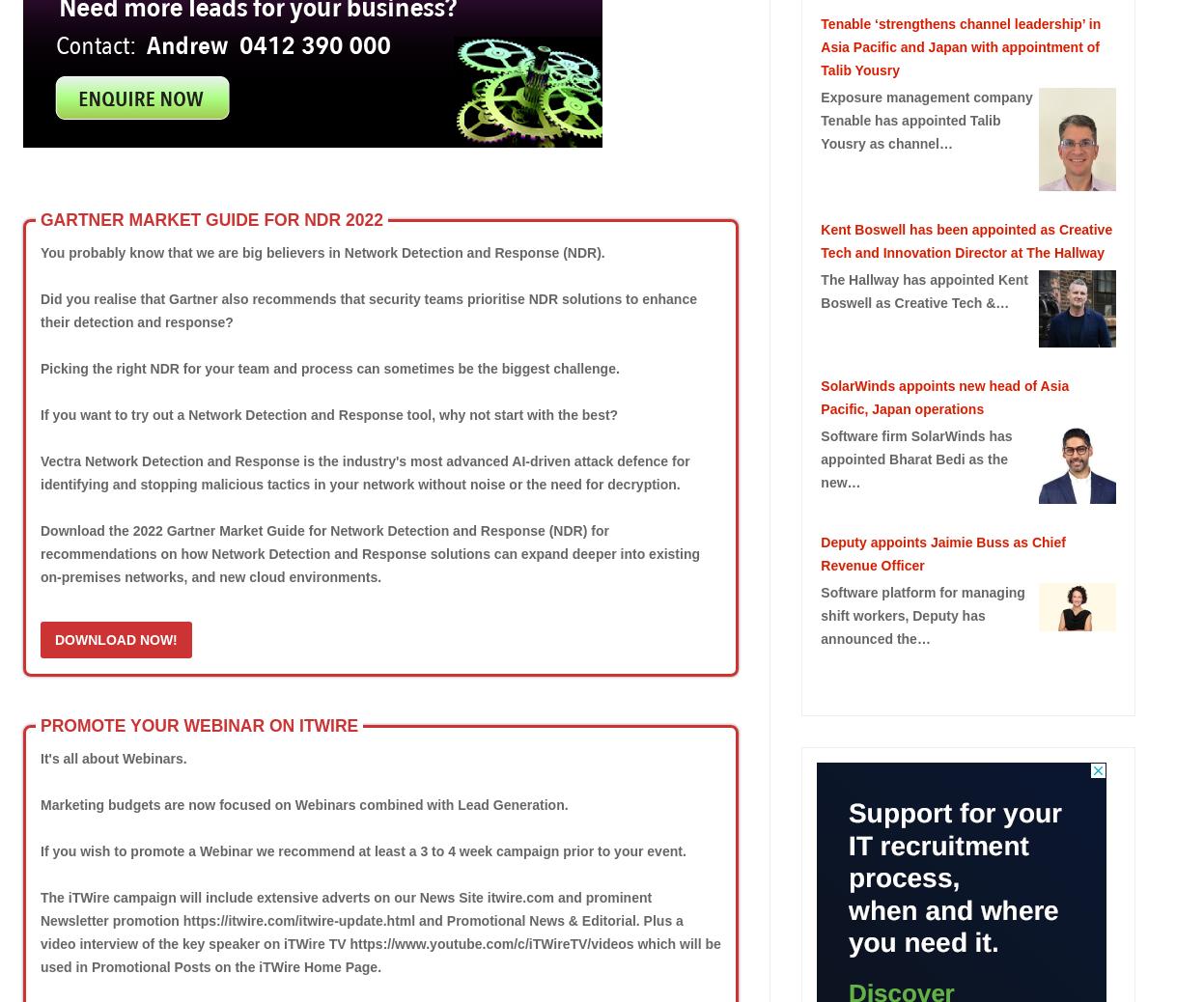  Describe the element at coordinates (369, 551) in the screenshot. I see `'Download the 2022 Gartner Market Guide for Network Detection and Response (NDR) for recommendations on how Network Detection and Response solutions can expand deeper into existing on-premises networks, and new cloud environments.'` at that location.